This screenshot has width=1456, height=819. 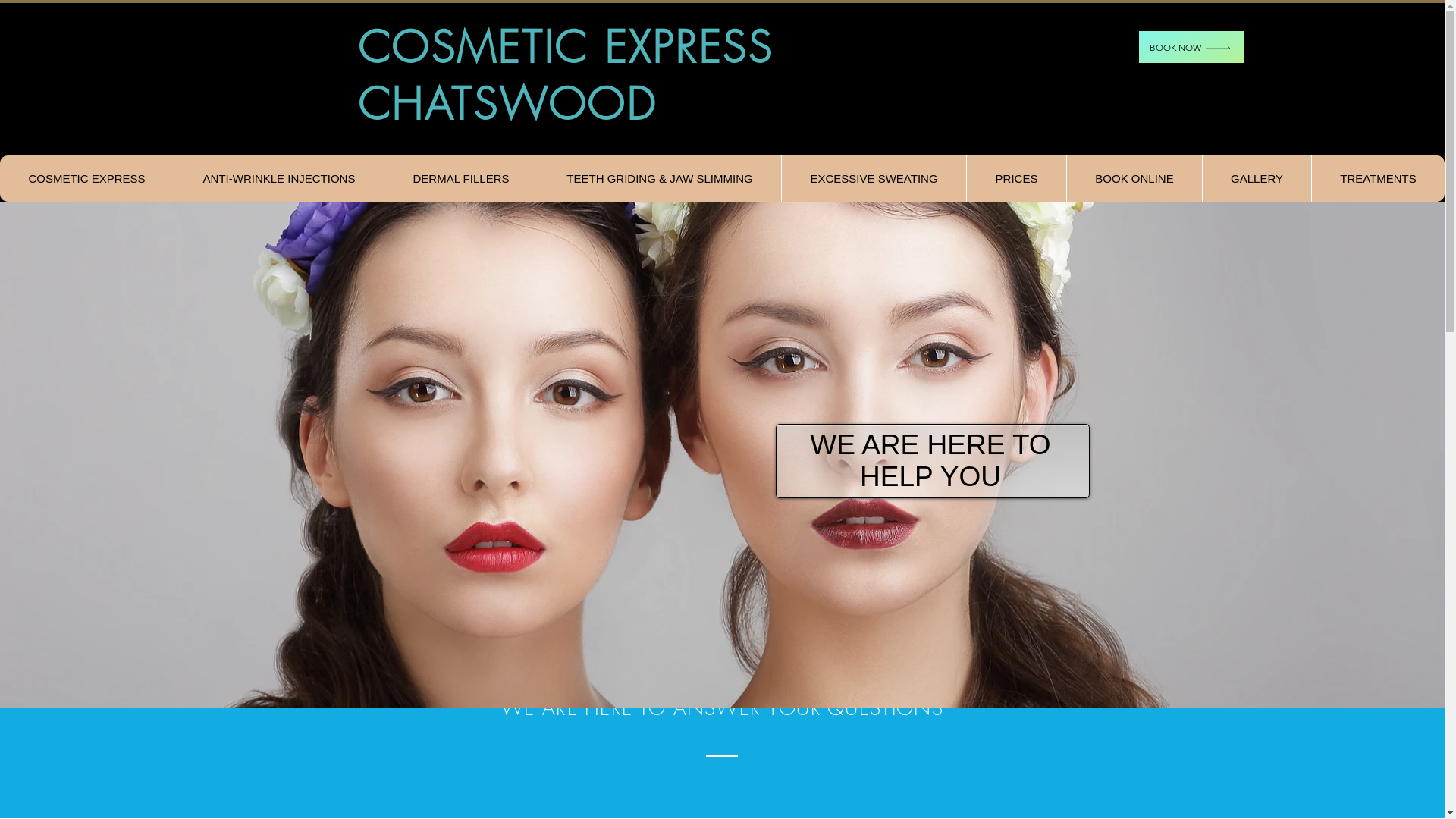 I want to click on 'PRICES', so click(x=1015, y=177).